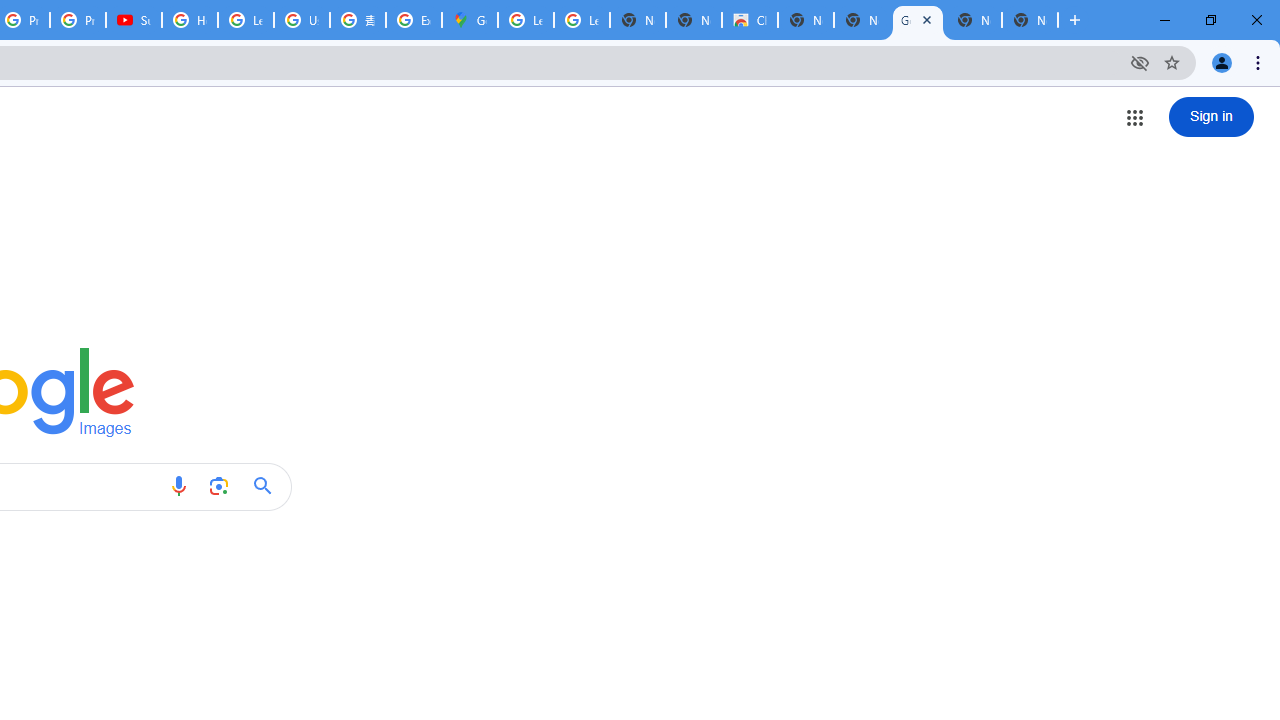  Describe the element at coordinates (133, 20) in the screenshot. I see `'Subscriptions - YouTube'` at that location.